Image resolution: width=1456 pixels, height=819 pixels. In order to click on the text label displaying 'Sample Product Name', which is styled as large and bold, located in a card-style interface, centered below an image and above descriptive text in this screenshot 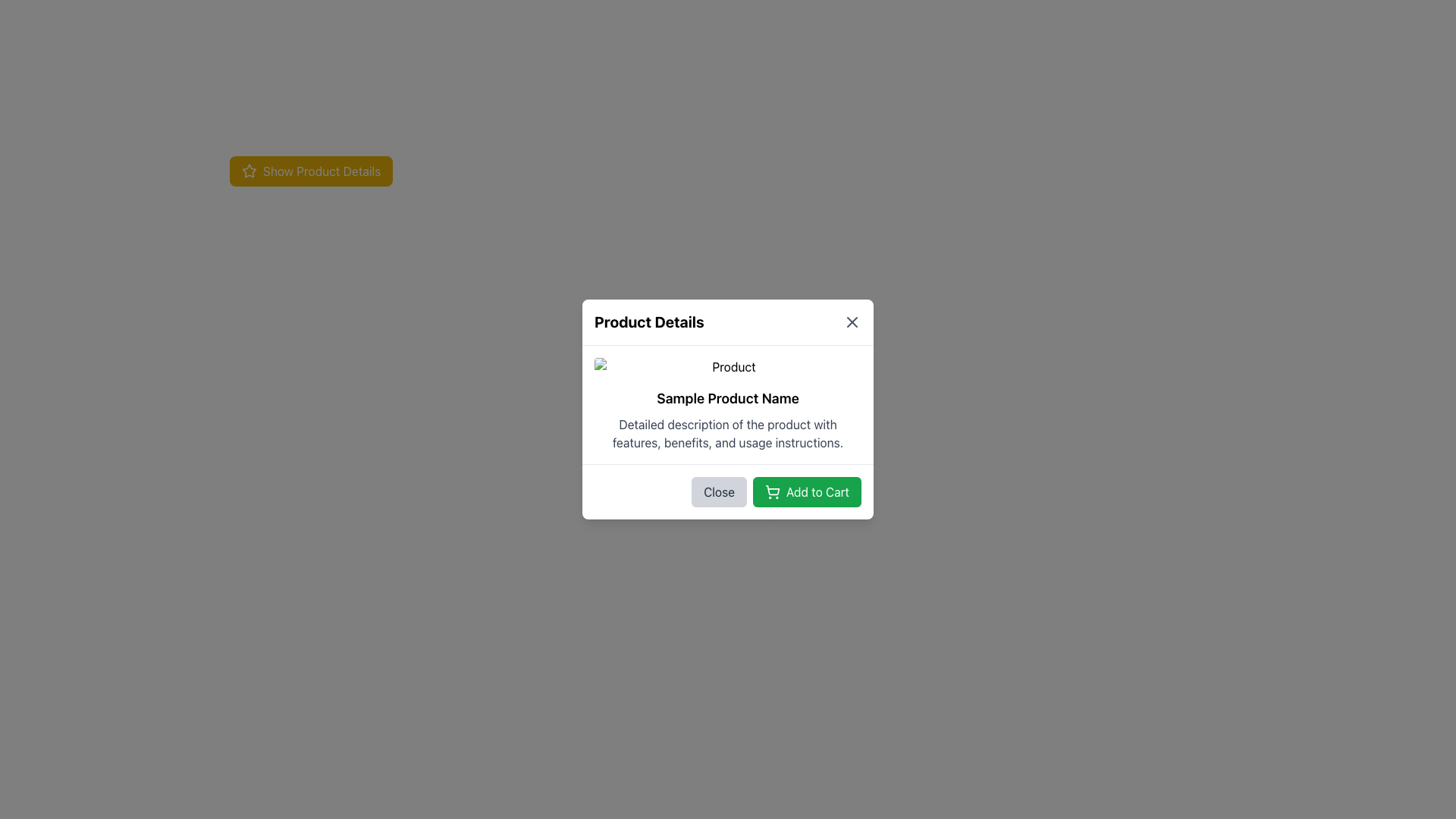, I will do `click(728, 397)`.